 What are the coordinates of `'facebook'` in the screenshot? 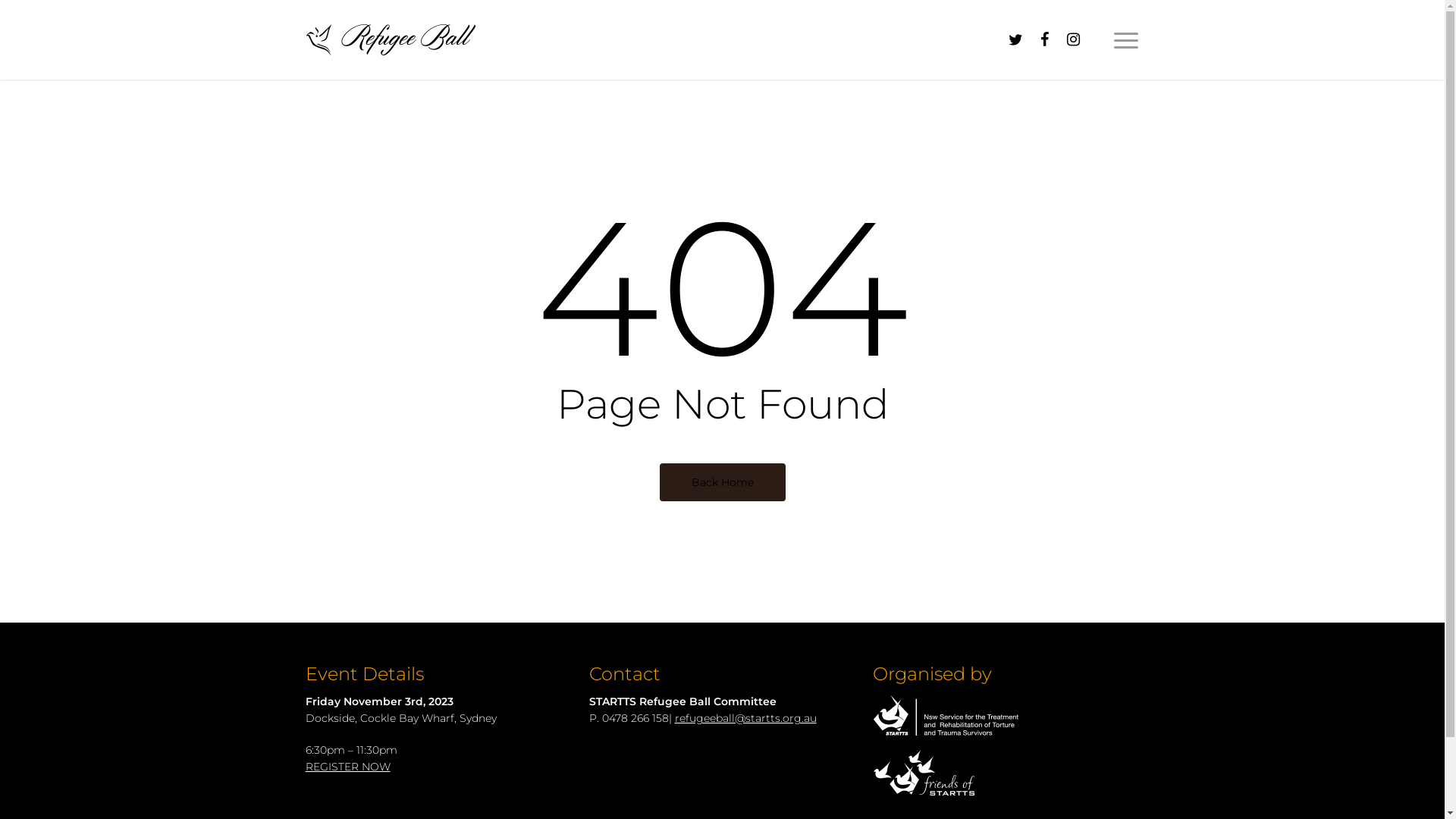 It's located at (1043, 39).